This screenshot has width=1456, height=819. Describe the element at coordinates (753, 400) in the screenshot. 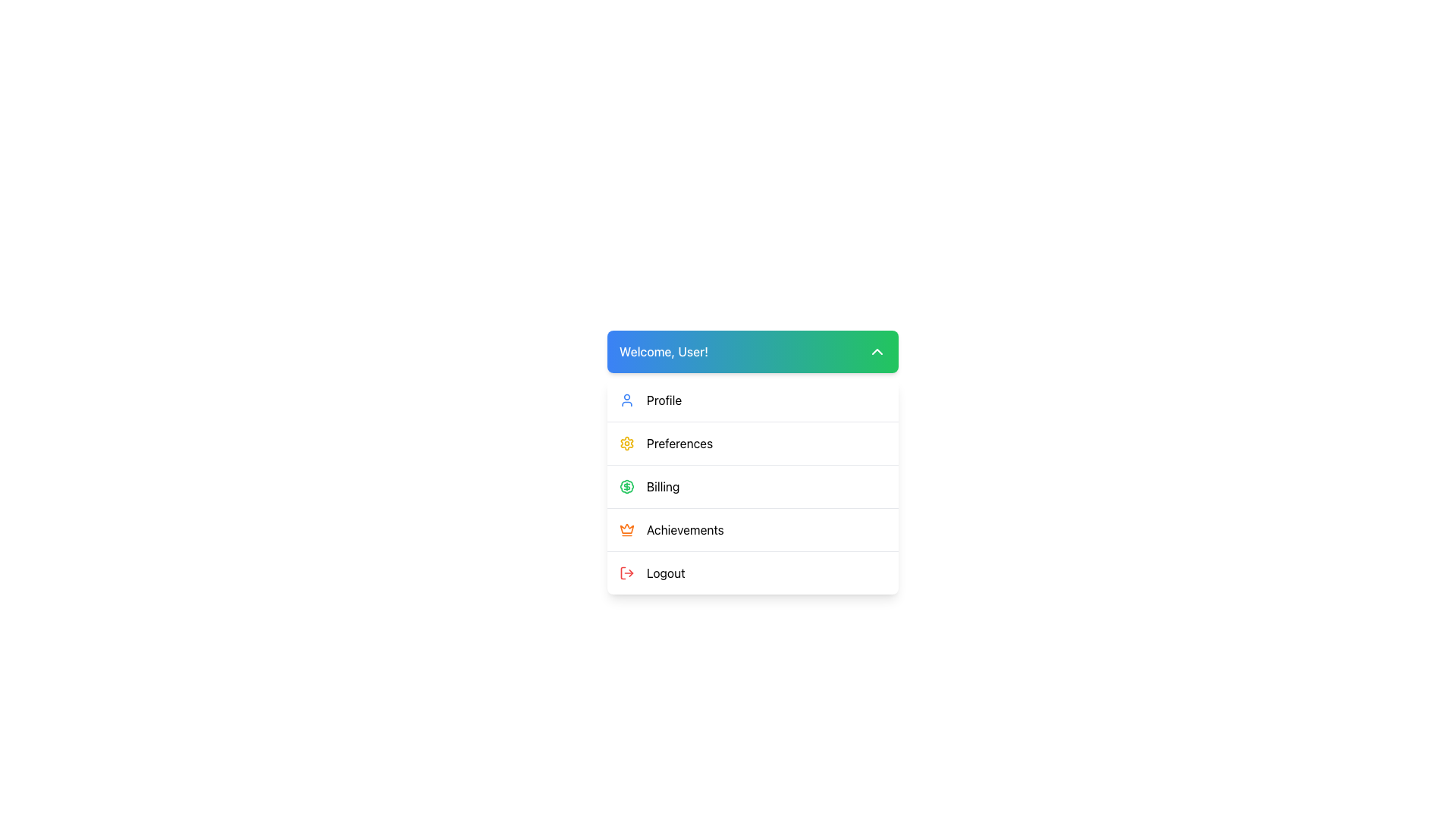

I see `the first item in the dropdown menu under 'Welcome, User!' for visual feedback` at that location.